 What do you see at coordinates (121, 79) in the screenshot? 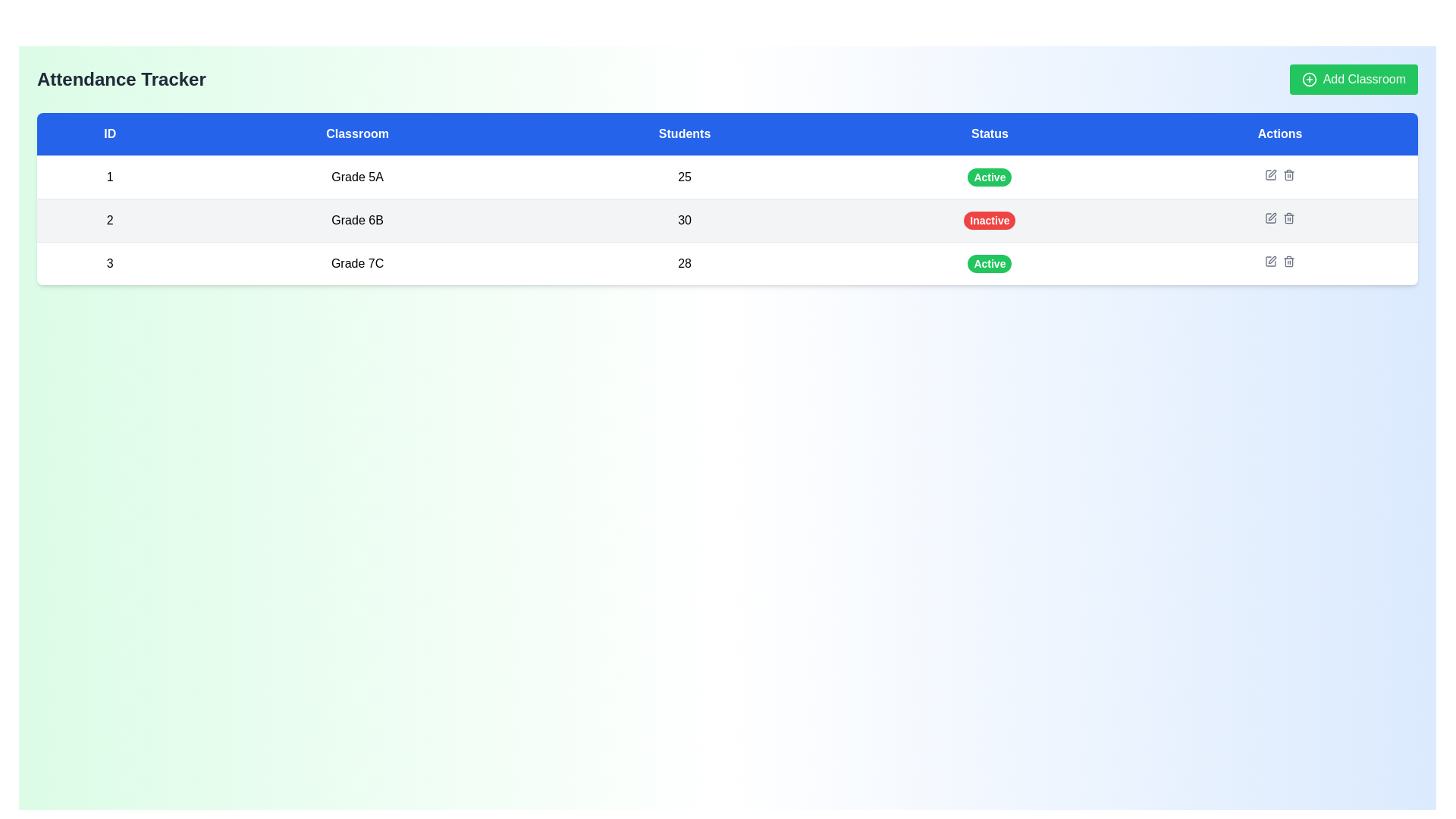
I see `the static text label that serves as the title or heading of the page, located in the header section to the left of the 'Add Classroom' button` at bounding box center [121, 79].